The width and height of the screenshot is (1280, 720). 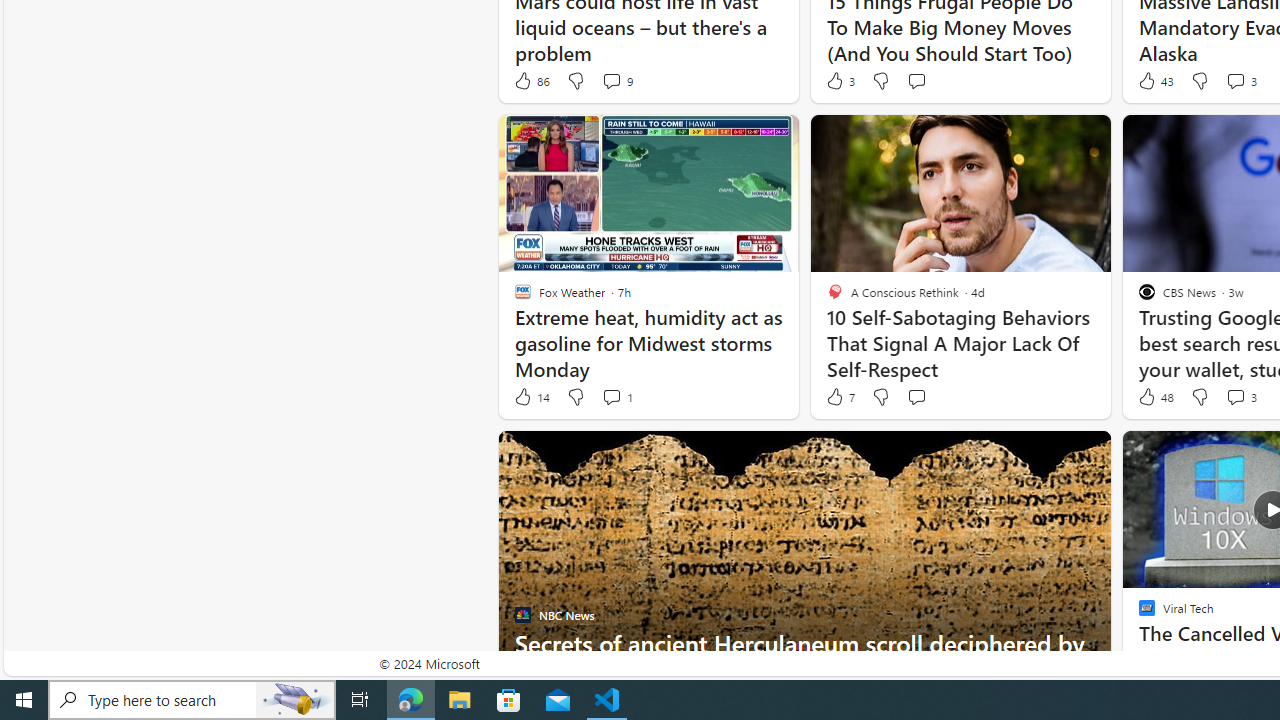 What do you see at coordinates (1049, 455) in the screenshot?
I see `'Hide this story'` at bounding box center [1049, 455].